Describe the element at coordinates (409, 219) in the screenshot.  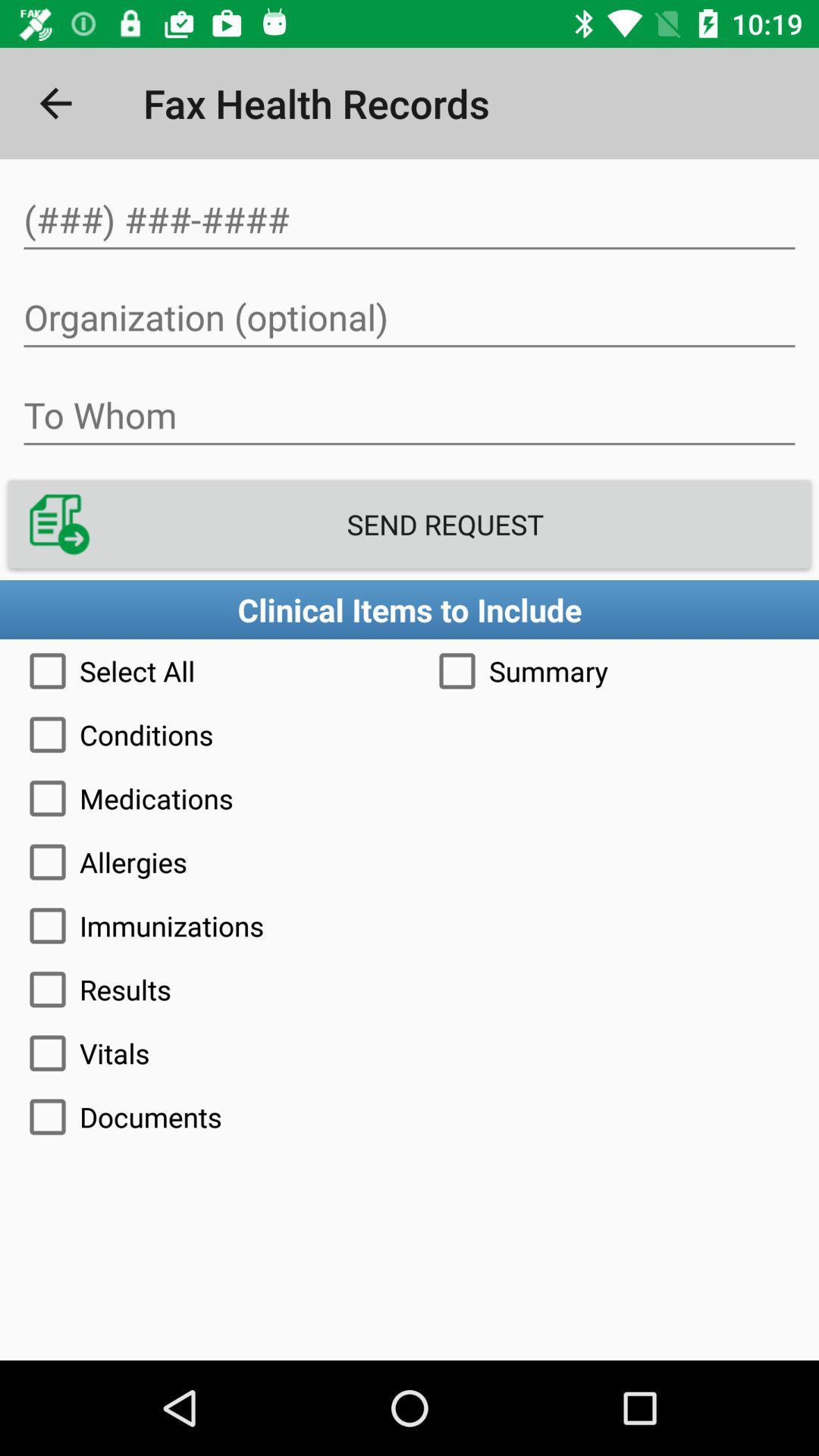
I see `search in item` at that location.